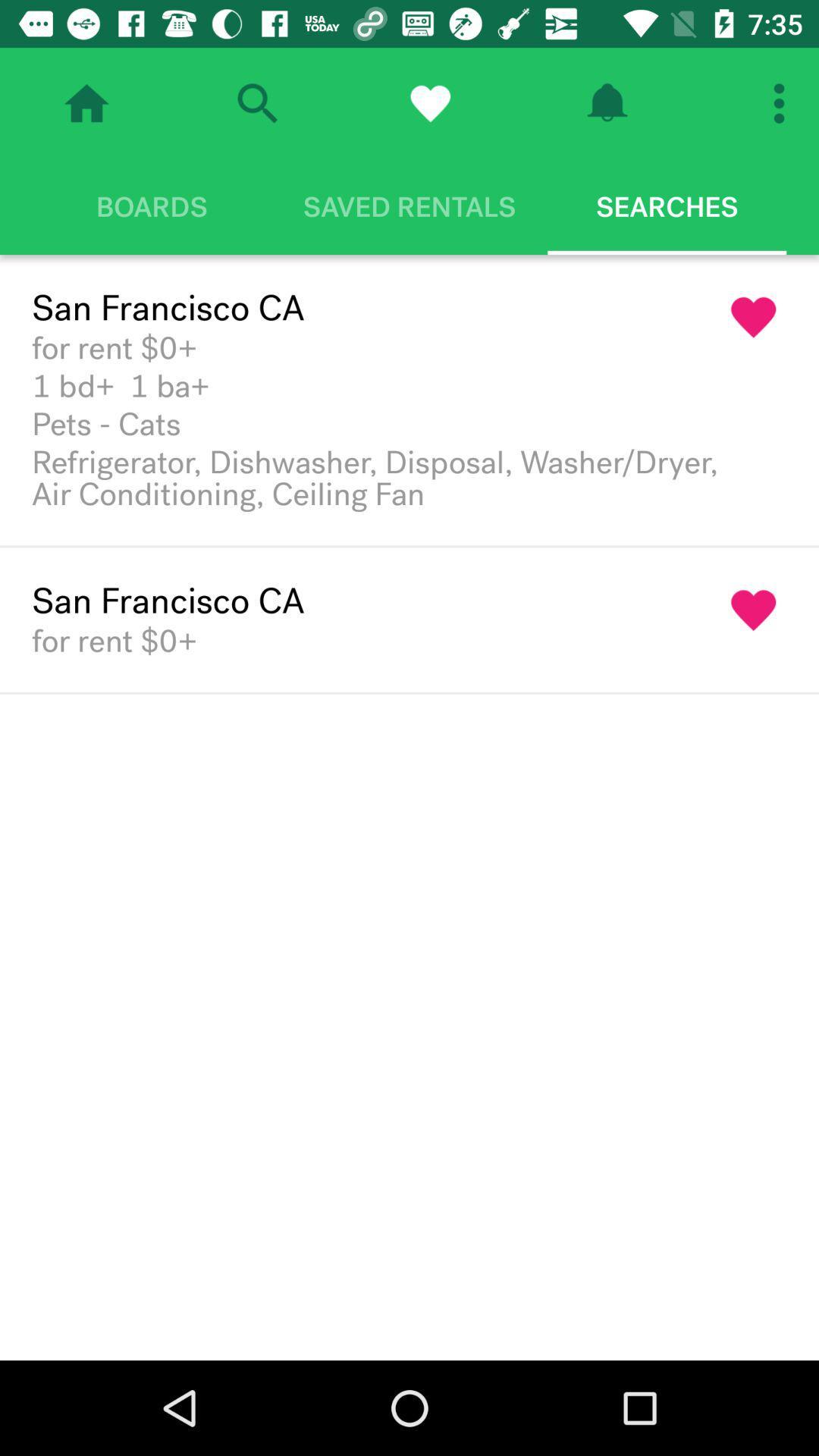 The height and width of the screenshot is (1456, 819). I want to click on toggles notifications, so click(606, 102).